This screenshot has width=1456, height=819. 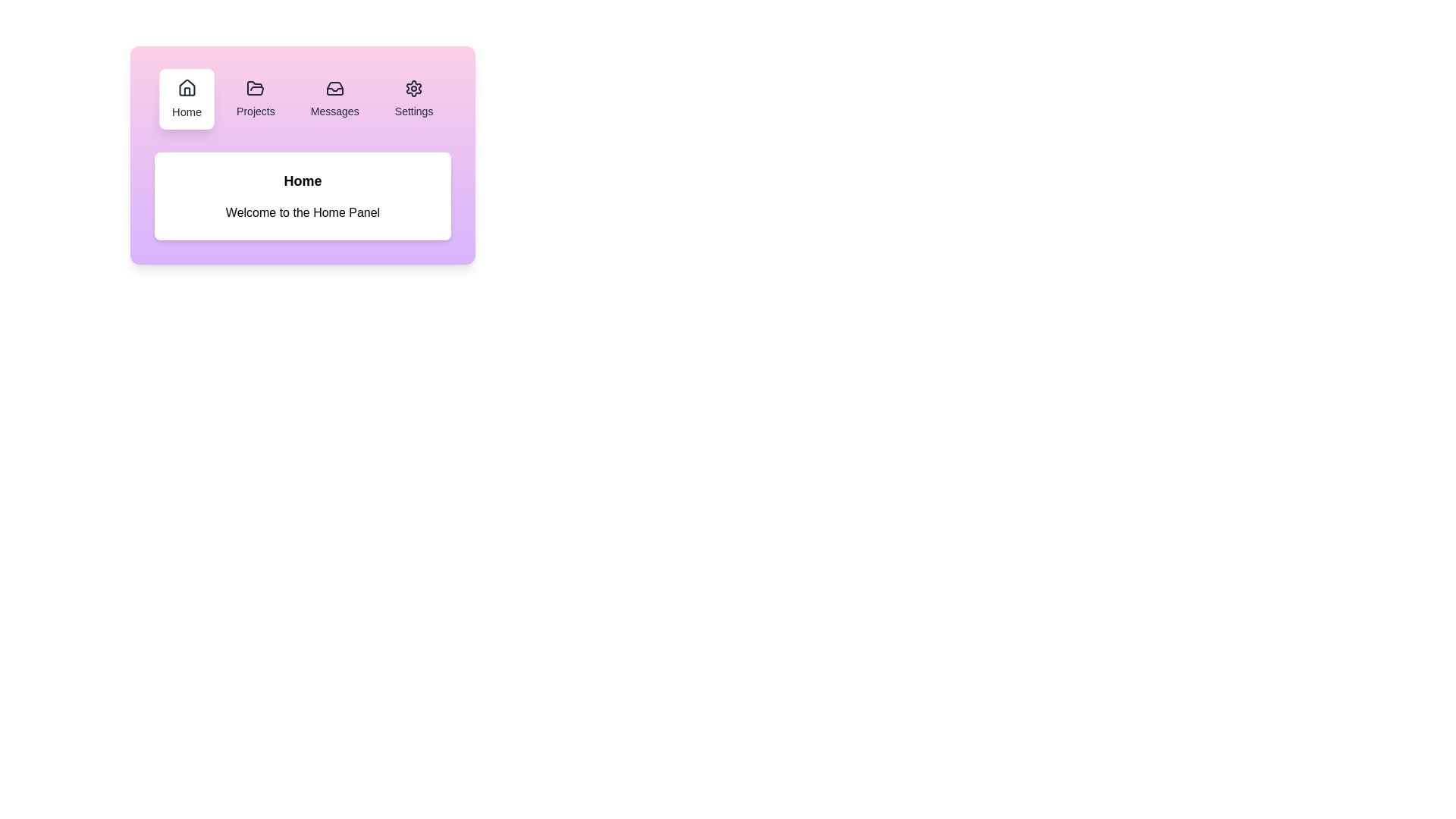 What do you see at coordinates (334, 99) in the screenshot?
I see `the 'Messages' button in the horizontal navigation menu to activate the hover effect` at bounding box center [334, 99].